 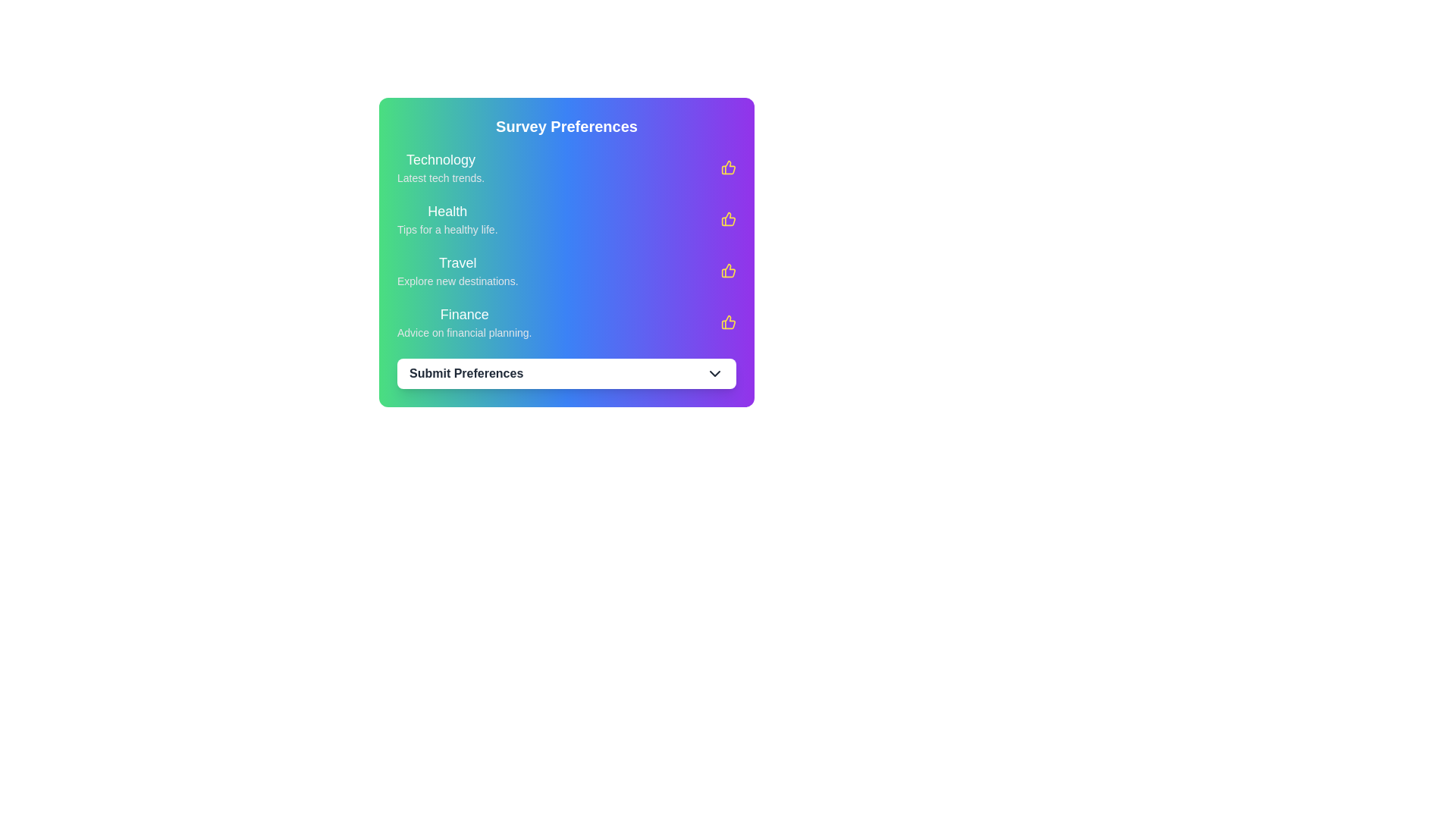 What do you see at coordinates (716, 270) in the screenshot?
I see `the thumbs-up icon representing the 'Travel' preference` at bounding box center [716, 270].